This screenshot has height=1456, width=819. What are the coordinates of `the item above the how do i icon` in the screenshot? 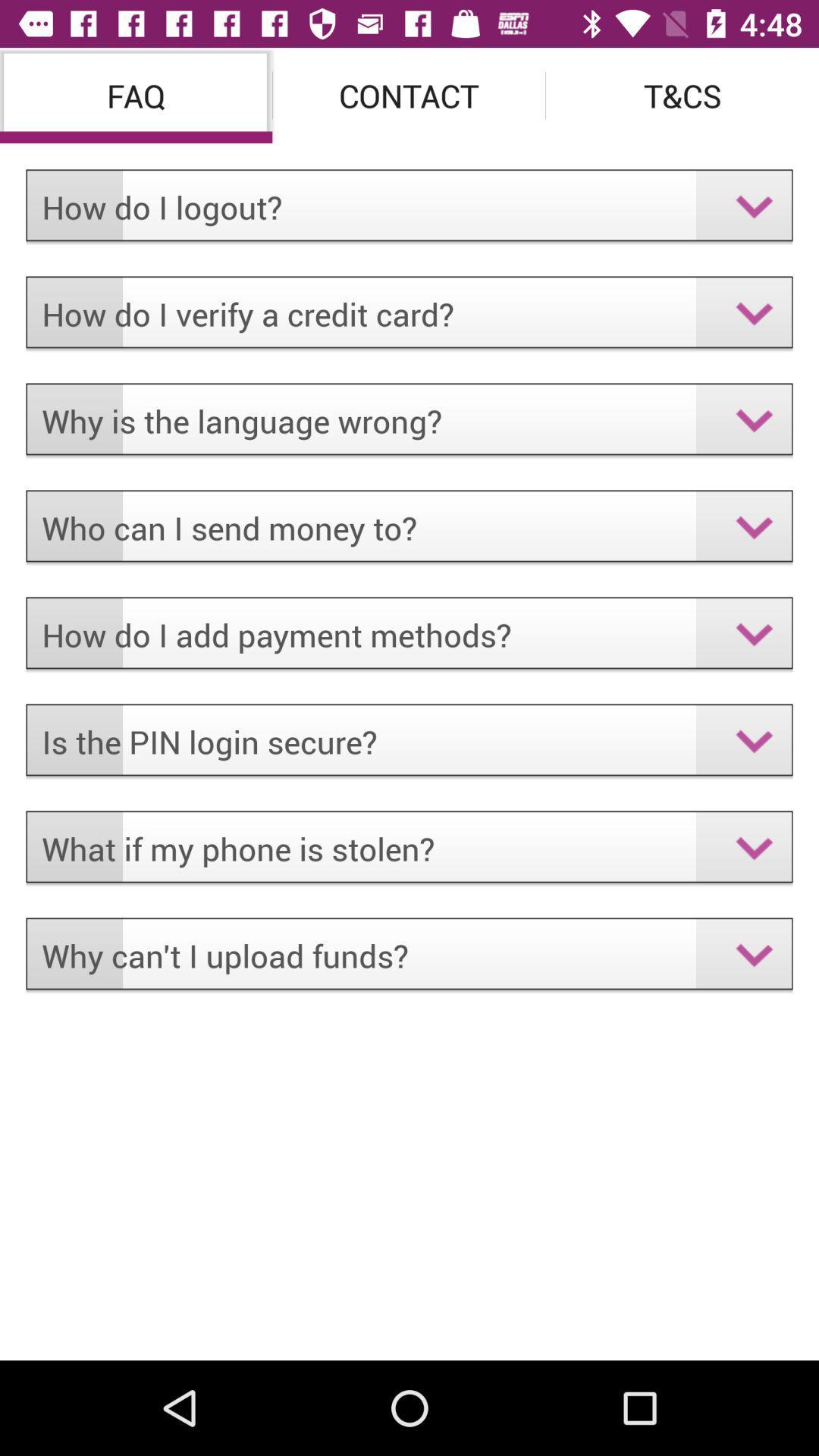 It's located at (135, 94).